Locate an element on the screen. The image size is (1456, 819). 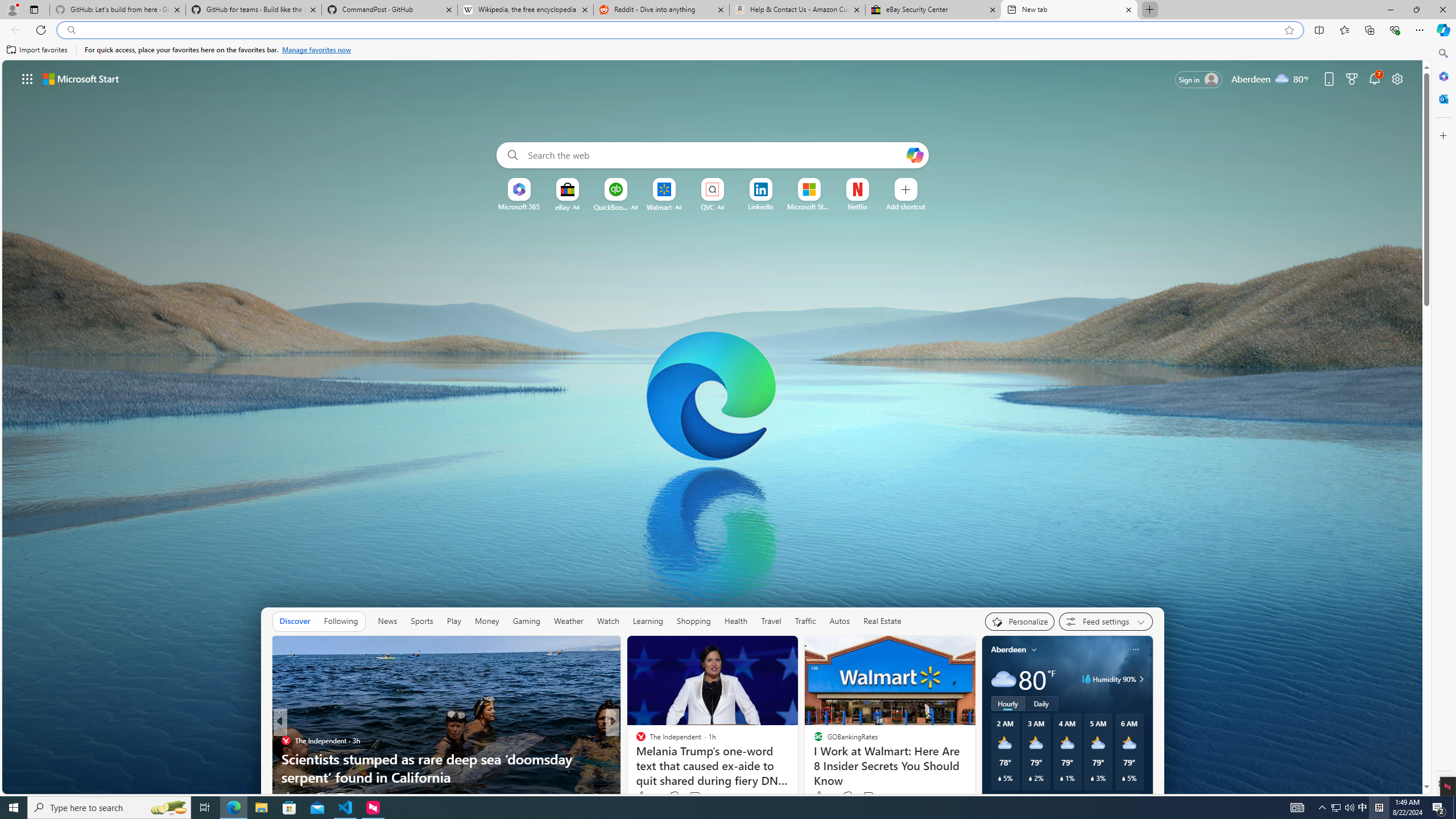
'Shopping' is located at coordinates (693, 621).